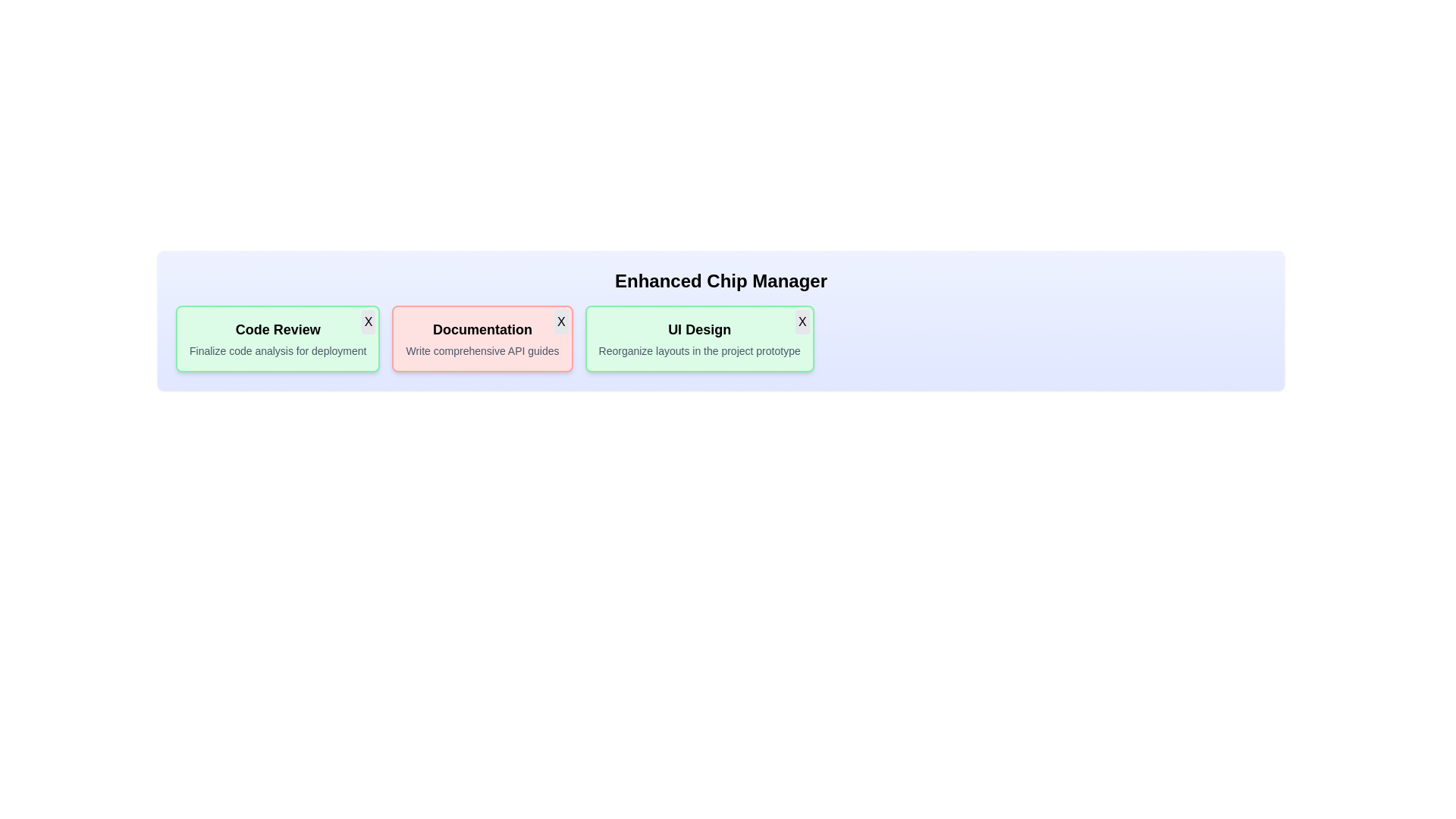 The image size is (1456, 819). I want to click on the chip labeled UI Design, so click(698, 338).